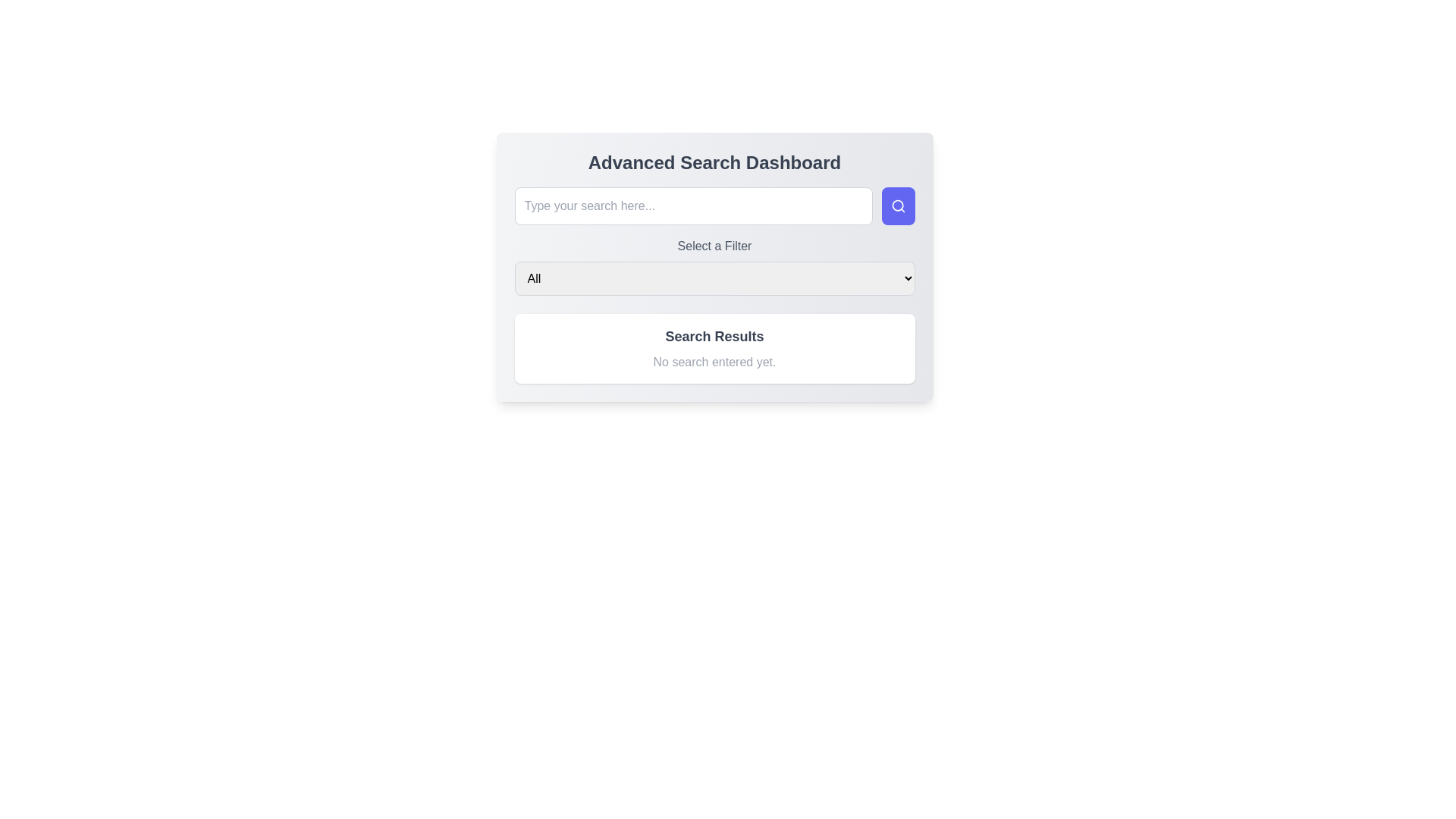 Image resolution: width=1456 pixels, height=819 pixels. Describe the element at coordinates (714, 362) in the screenshot. I see `the static text that indicates no search query has been inputted, located below the 'Search Results' heading` at that location.